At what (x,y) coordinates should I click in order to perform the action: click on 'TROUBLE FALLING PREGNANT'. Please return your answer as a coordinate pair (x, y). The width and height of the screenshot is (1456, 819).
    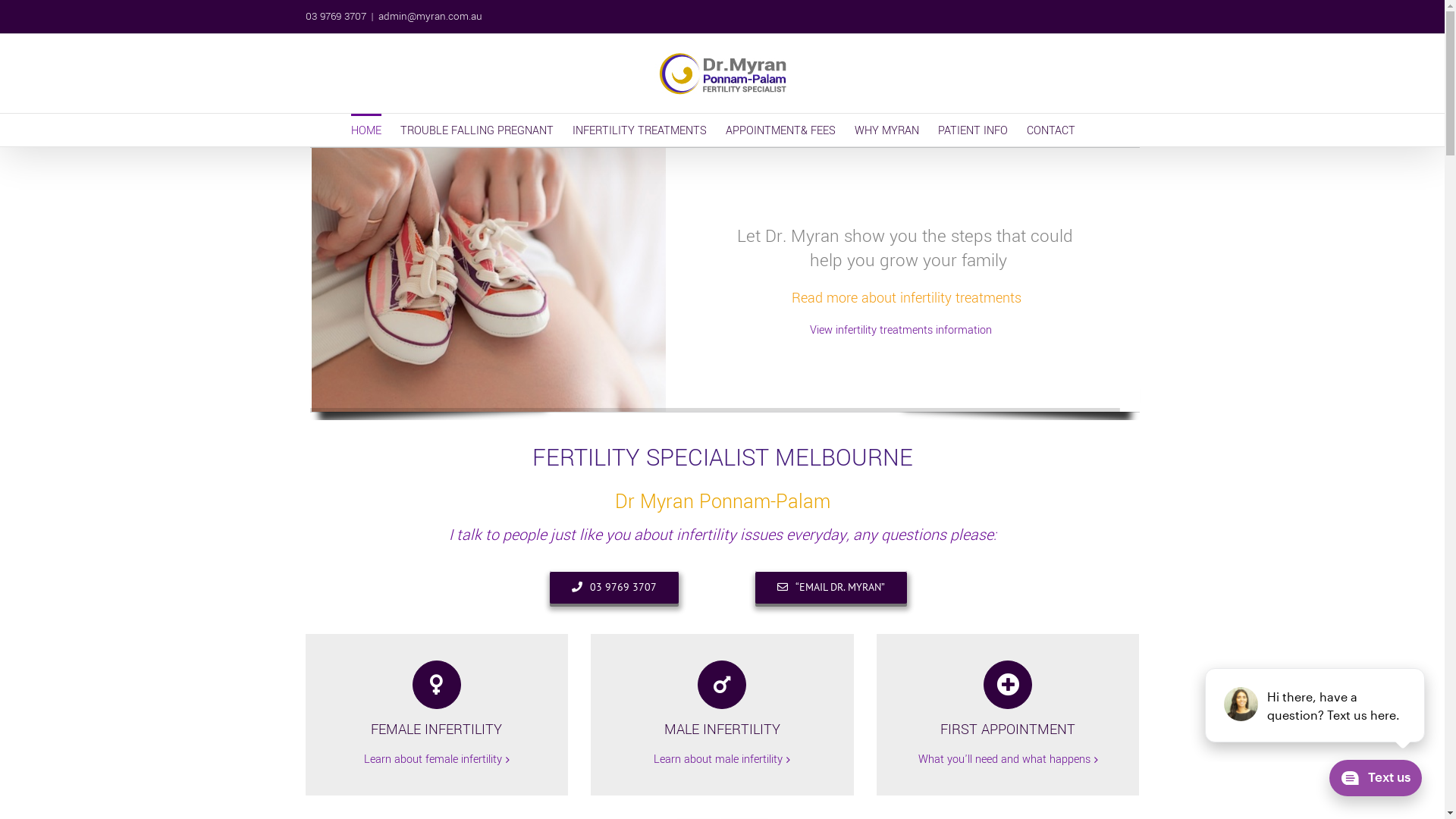
    Looking at the image, I should click on (475, 129).